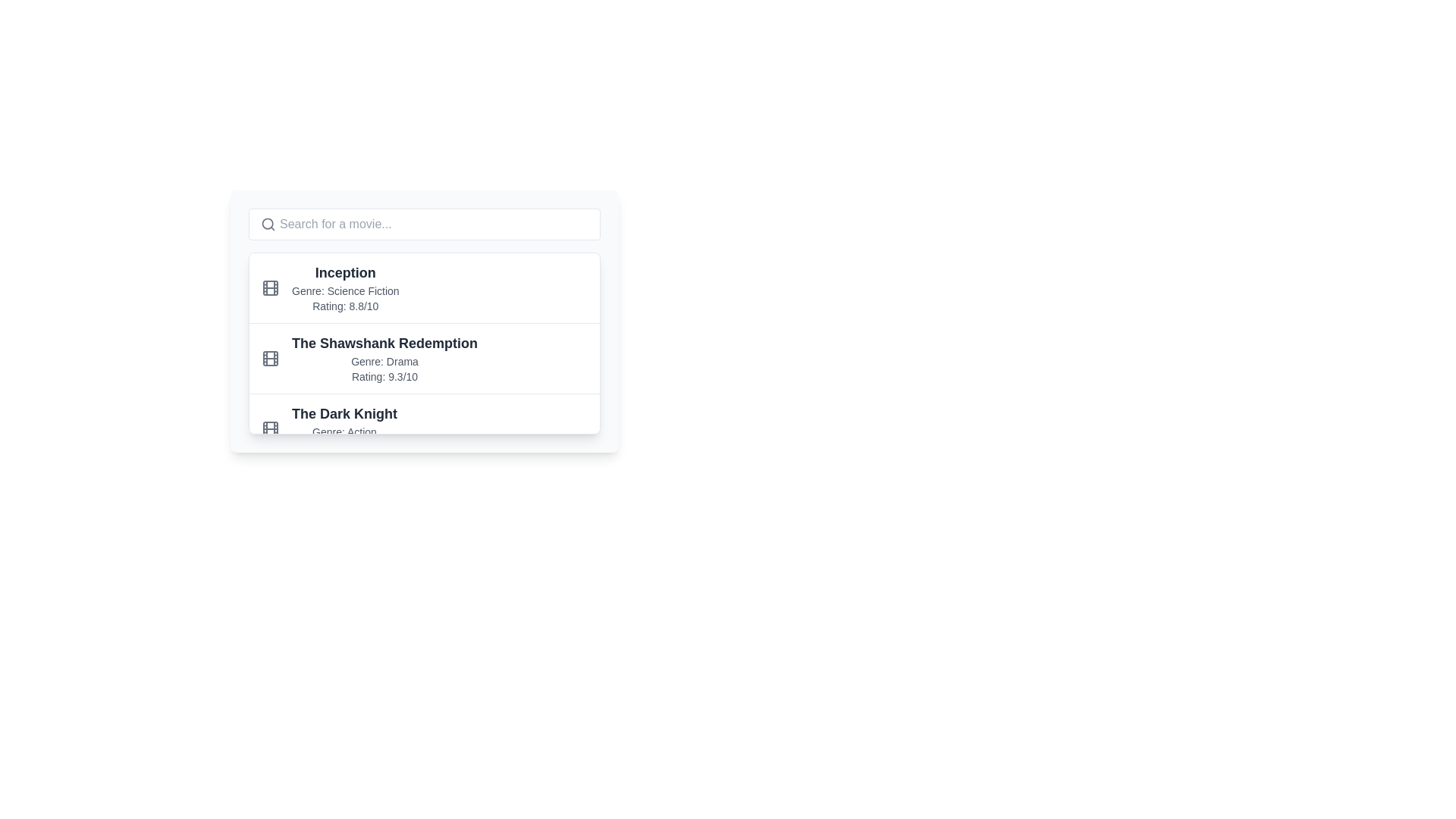  Describe the element at coordinates (425, 343) in the screenshot. I see `an individual movie title in the dropdown list` at that location.